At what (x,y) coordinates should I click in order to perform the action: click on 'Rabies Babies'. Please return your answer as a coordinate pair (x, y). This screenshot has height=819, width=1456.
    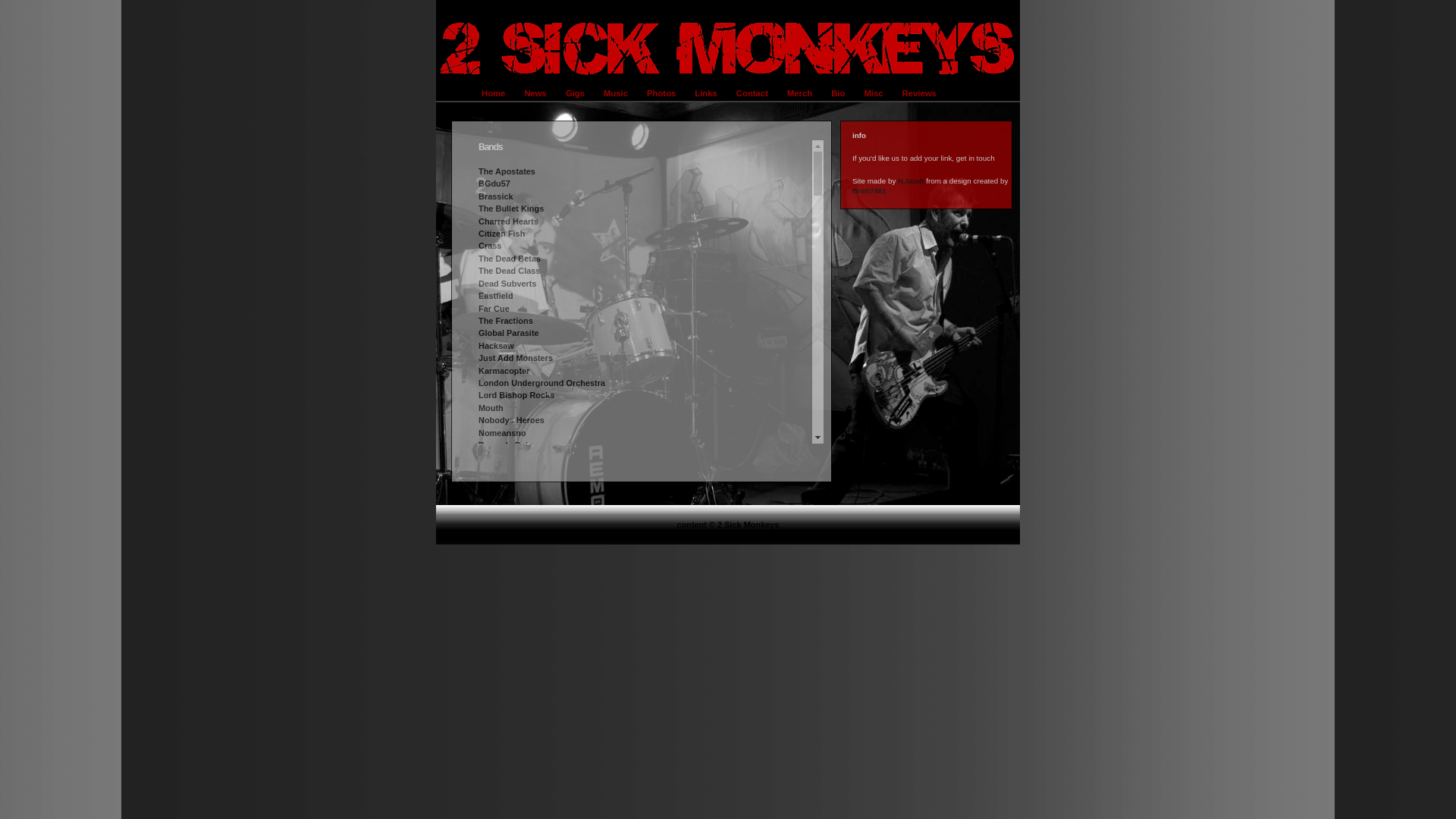
    Looking at the image, I should click on (507, 456).